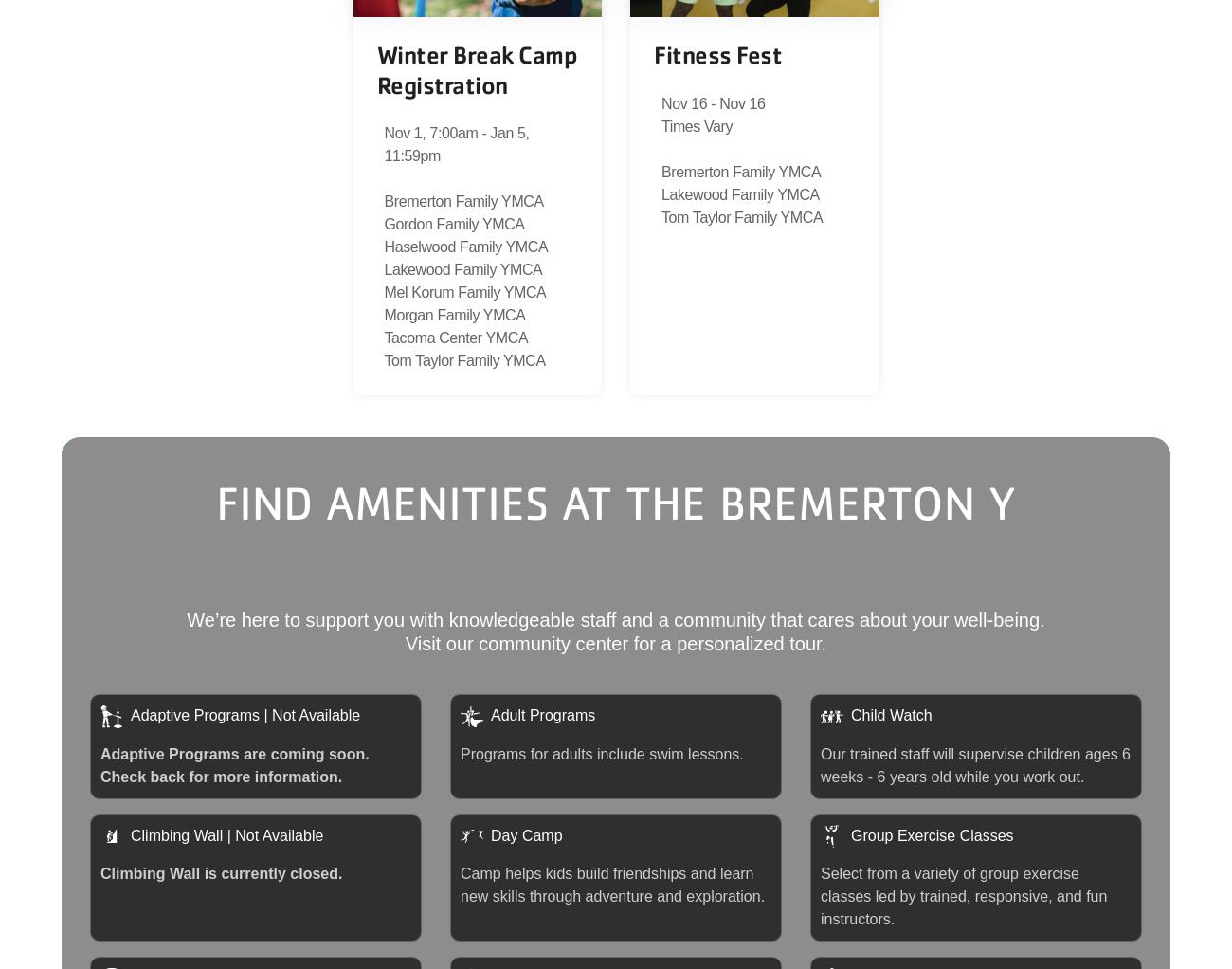 This screenshot has height=969, width=1232. Describe the element at coordinates (660, 101) in the screenshot. I see `'Nov 16 - Nov 16'` at that location.